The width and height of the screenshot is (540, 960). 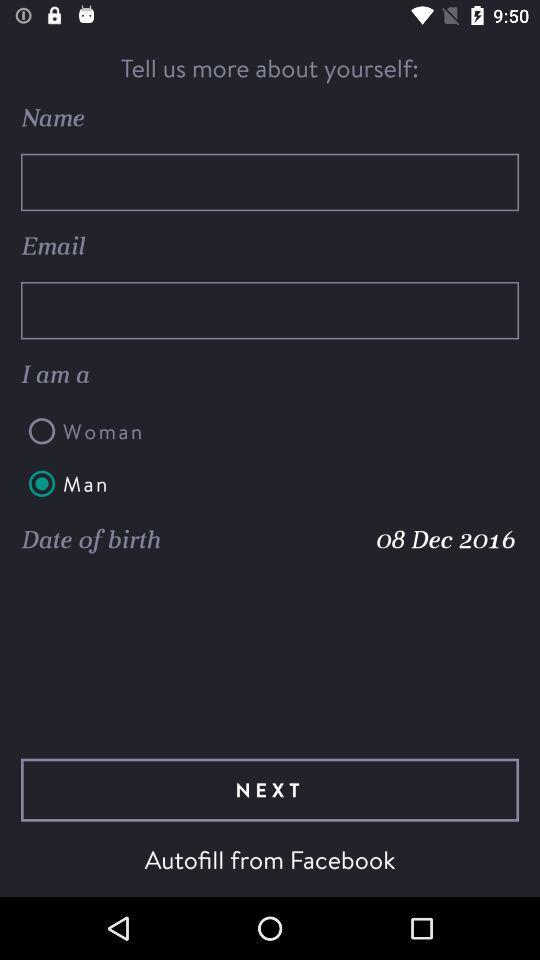 I want to click on autofill from facebook, so click(x=270, y=858).